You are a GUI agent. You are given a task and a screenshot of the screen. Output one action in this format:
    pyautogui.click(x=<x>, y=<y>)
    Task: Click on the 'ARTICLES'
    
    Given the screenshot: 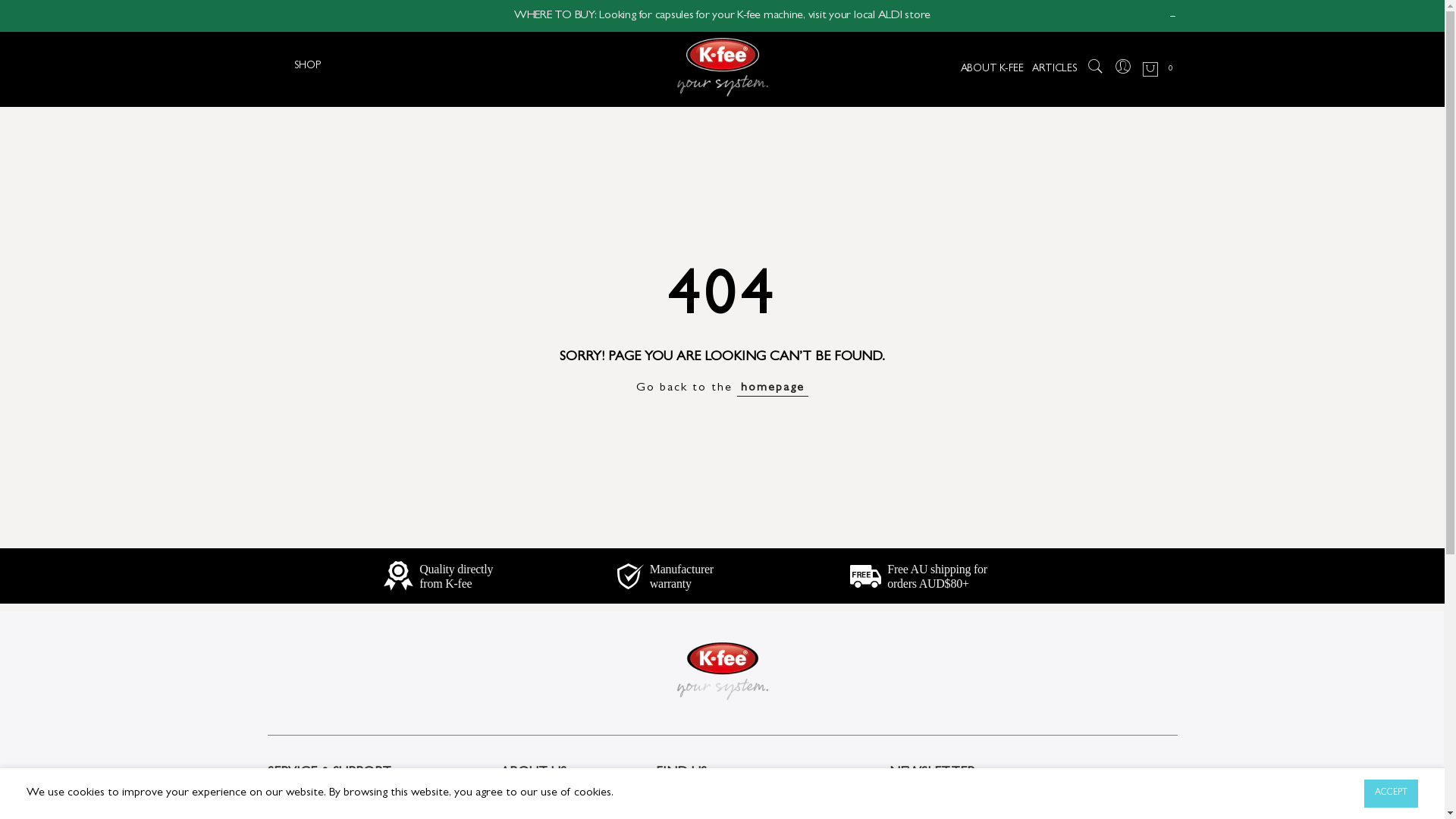 What is the action you would take?
    pyautogui.click(x=1053, y=70)
    